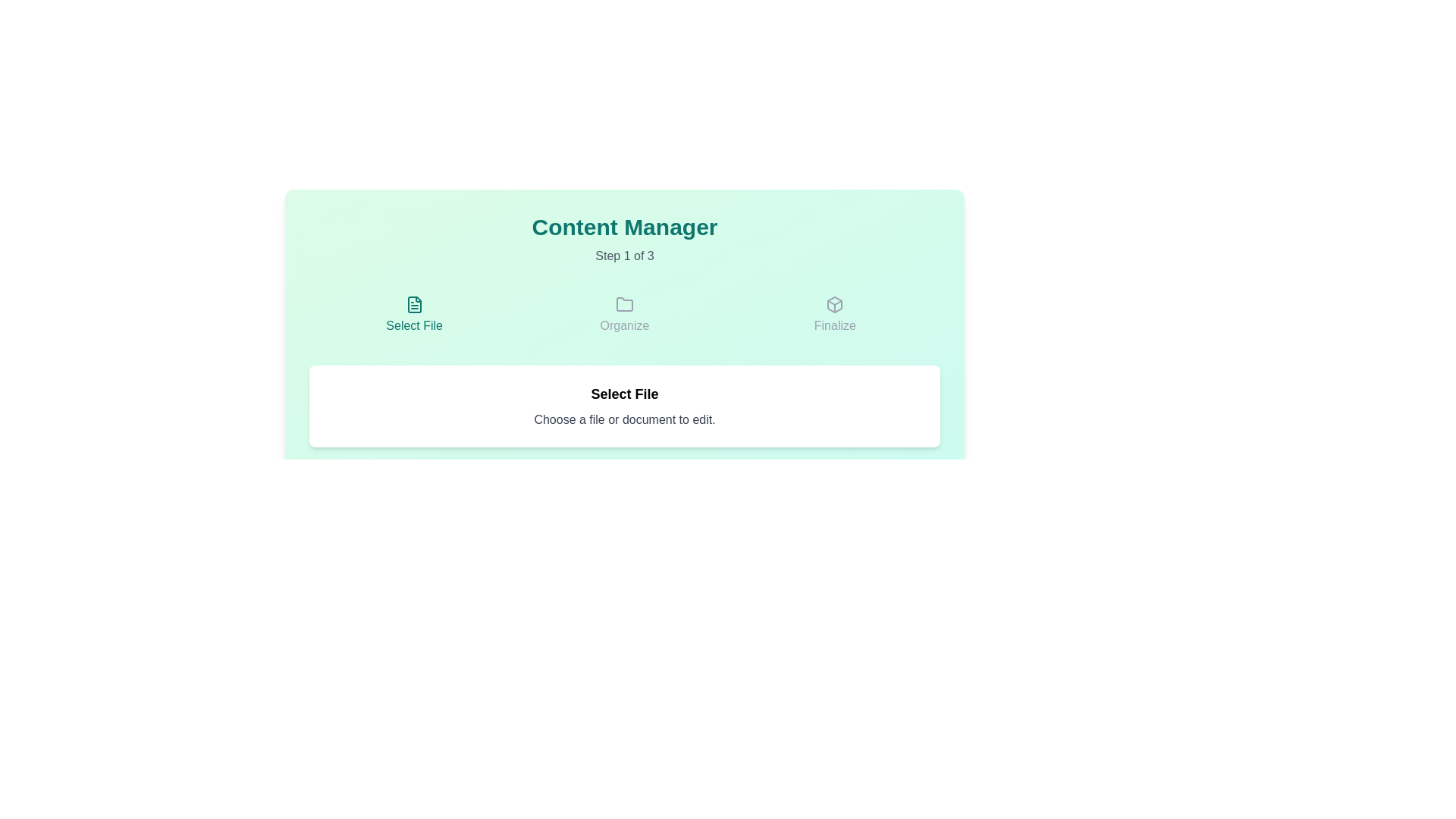 This screenshot has height=819, width=1456. Describe the element at coordinates (625, 304) in the screenshot. I see `the folder icon, which is the second icon in a horizontal row of three icons, positioned between a document icon and a box icon` at that location.